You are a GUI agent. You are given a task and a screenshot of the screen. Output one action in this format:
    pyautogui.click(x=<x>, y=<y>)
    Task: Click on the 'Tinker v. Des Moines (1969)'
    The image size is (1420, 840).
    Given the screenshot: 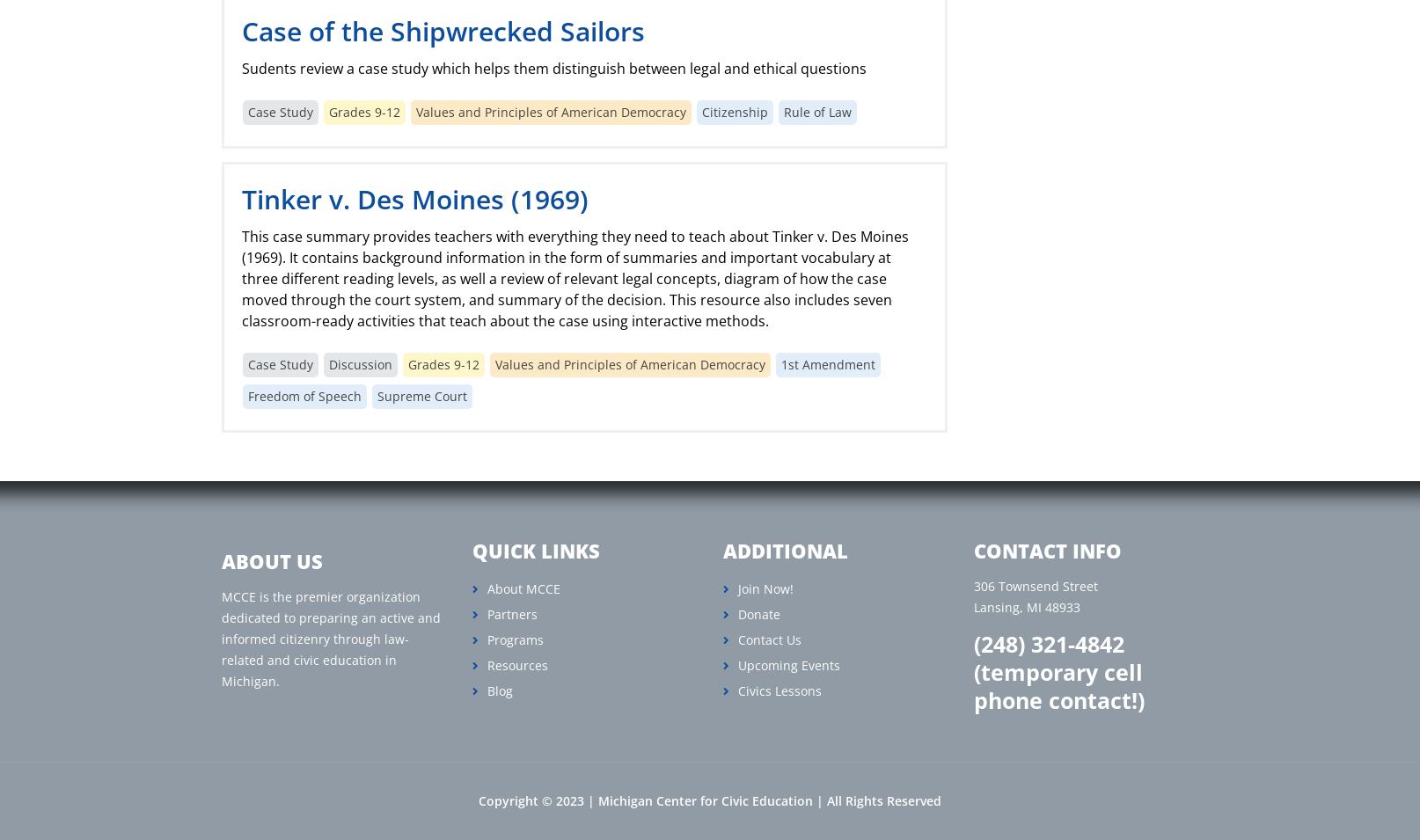 What is the action you would take?
    pyautogui.click(x=414, y=199)
    